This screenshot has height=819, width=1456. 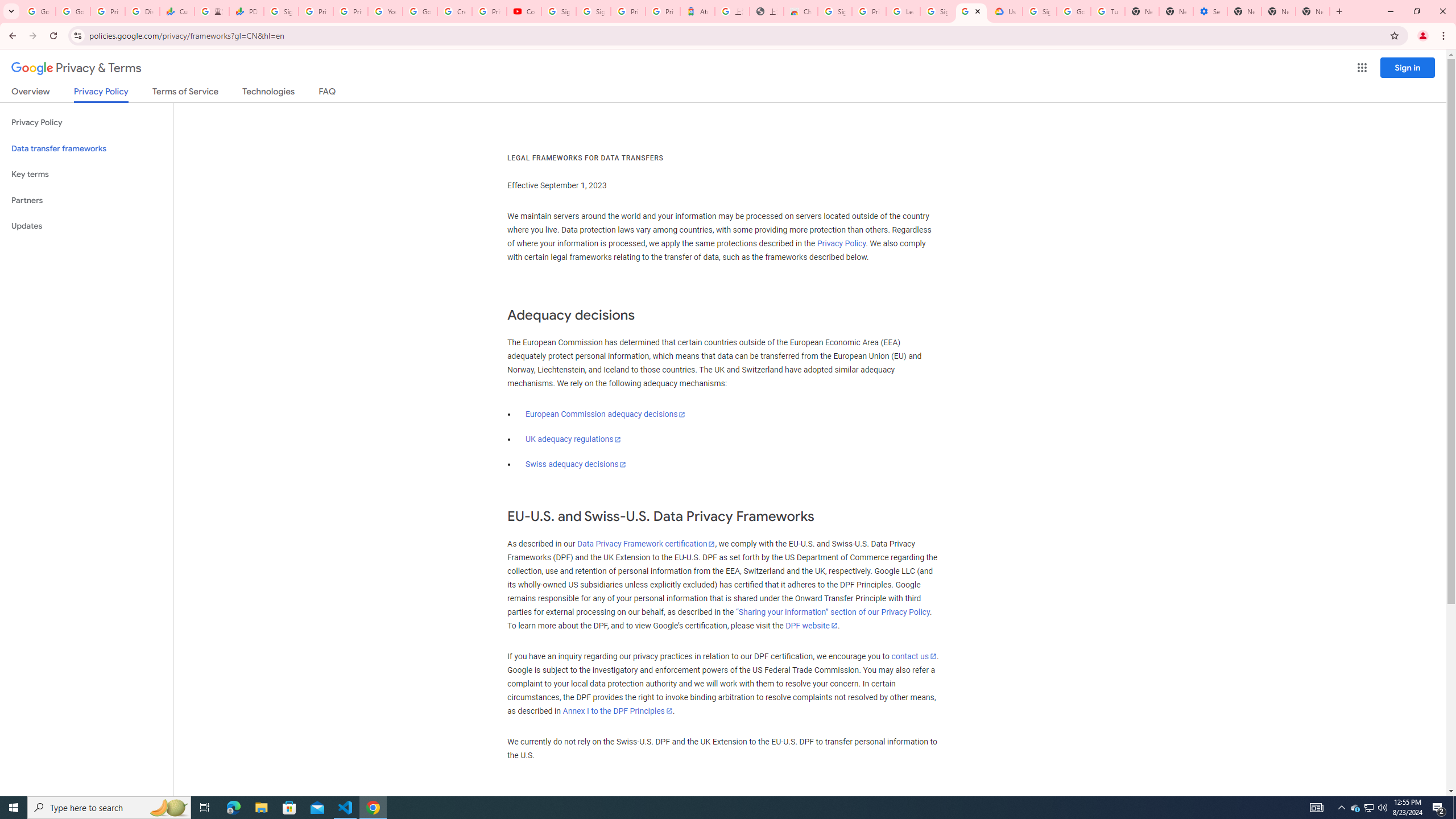 I want to click on 'contact us', so click(x=913, y=656).